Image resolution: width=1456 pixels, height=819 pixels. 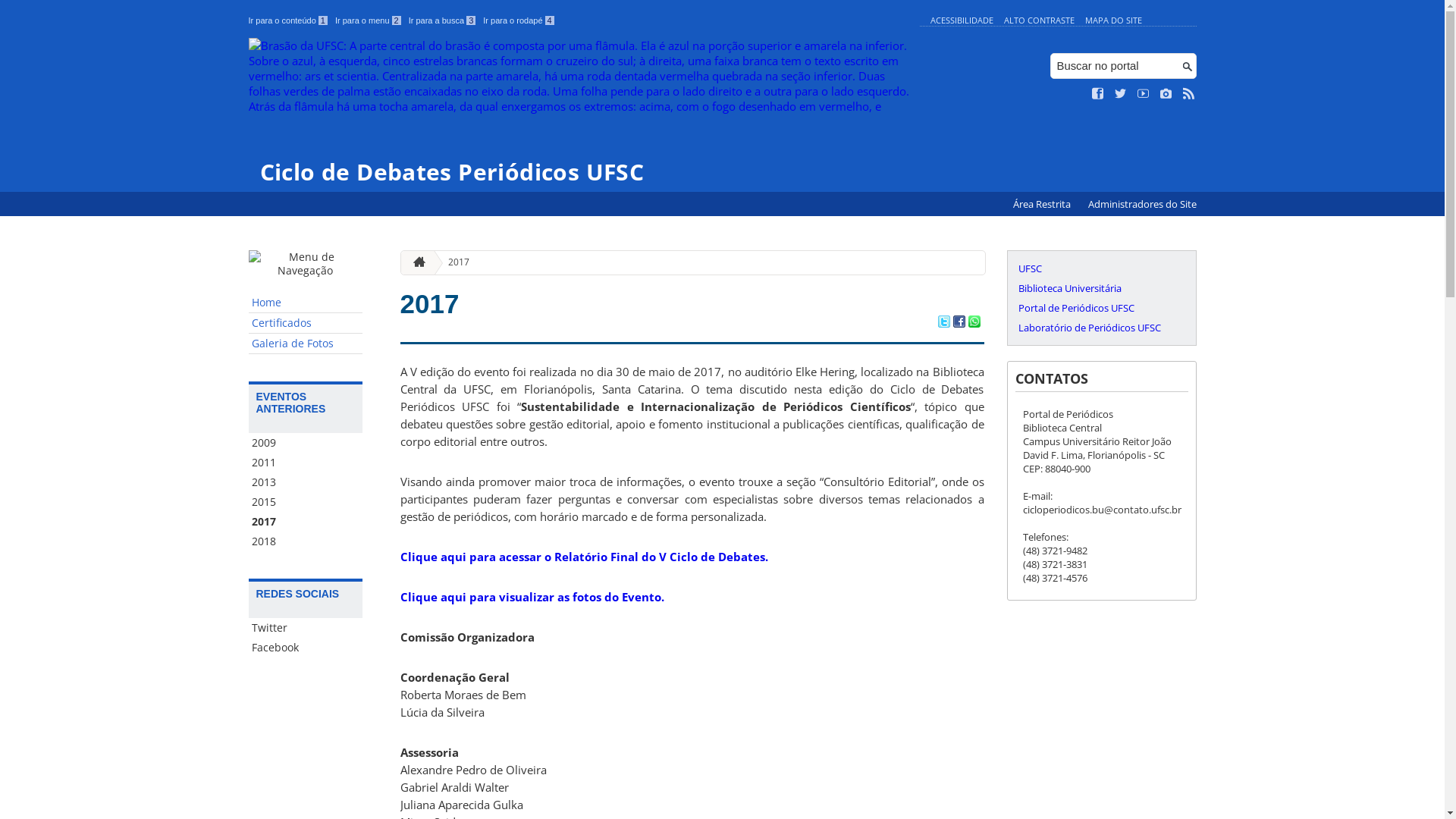 What do you see at coordinates (1015, 268) in the screenshot?
I see `'UFSC'` at bounding box center [1015, 268].